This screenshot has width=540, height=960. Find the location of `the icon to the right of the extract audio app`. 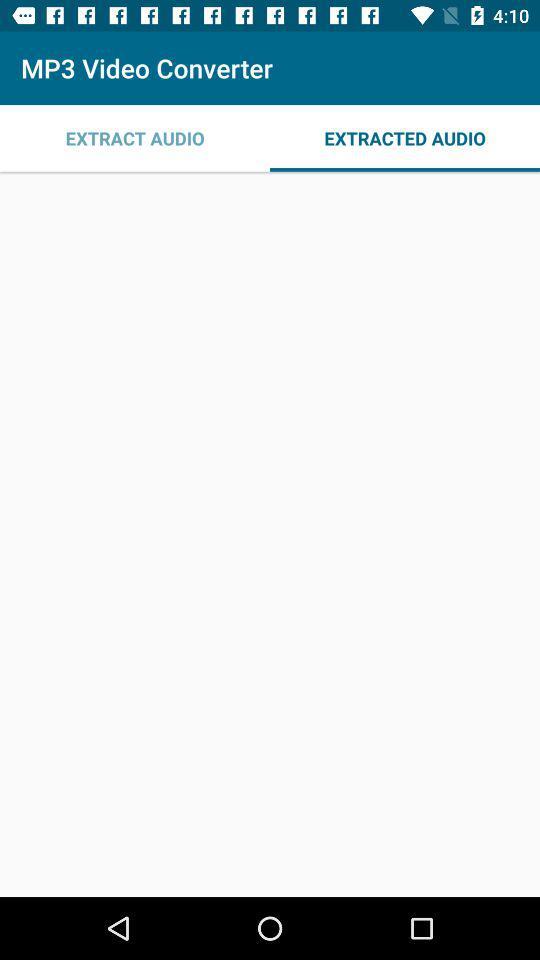

the icon to the right of the extract audio app is located at coordinates (405, 137).